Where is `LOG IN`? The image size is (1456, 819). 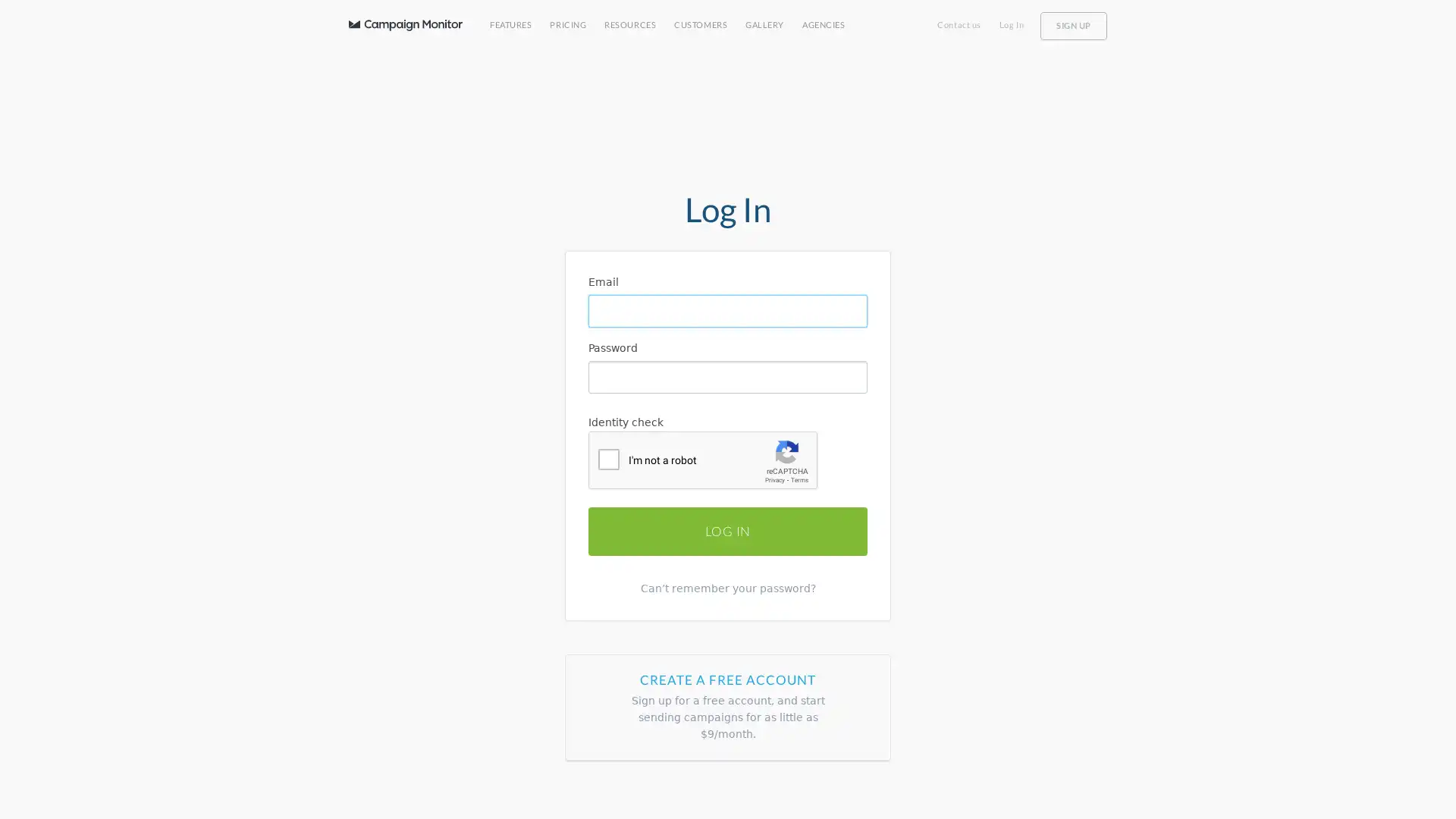
LOG IN is located at coordinates (728, 529).